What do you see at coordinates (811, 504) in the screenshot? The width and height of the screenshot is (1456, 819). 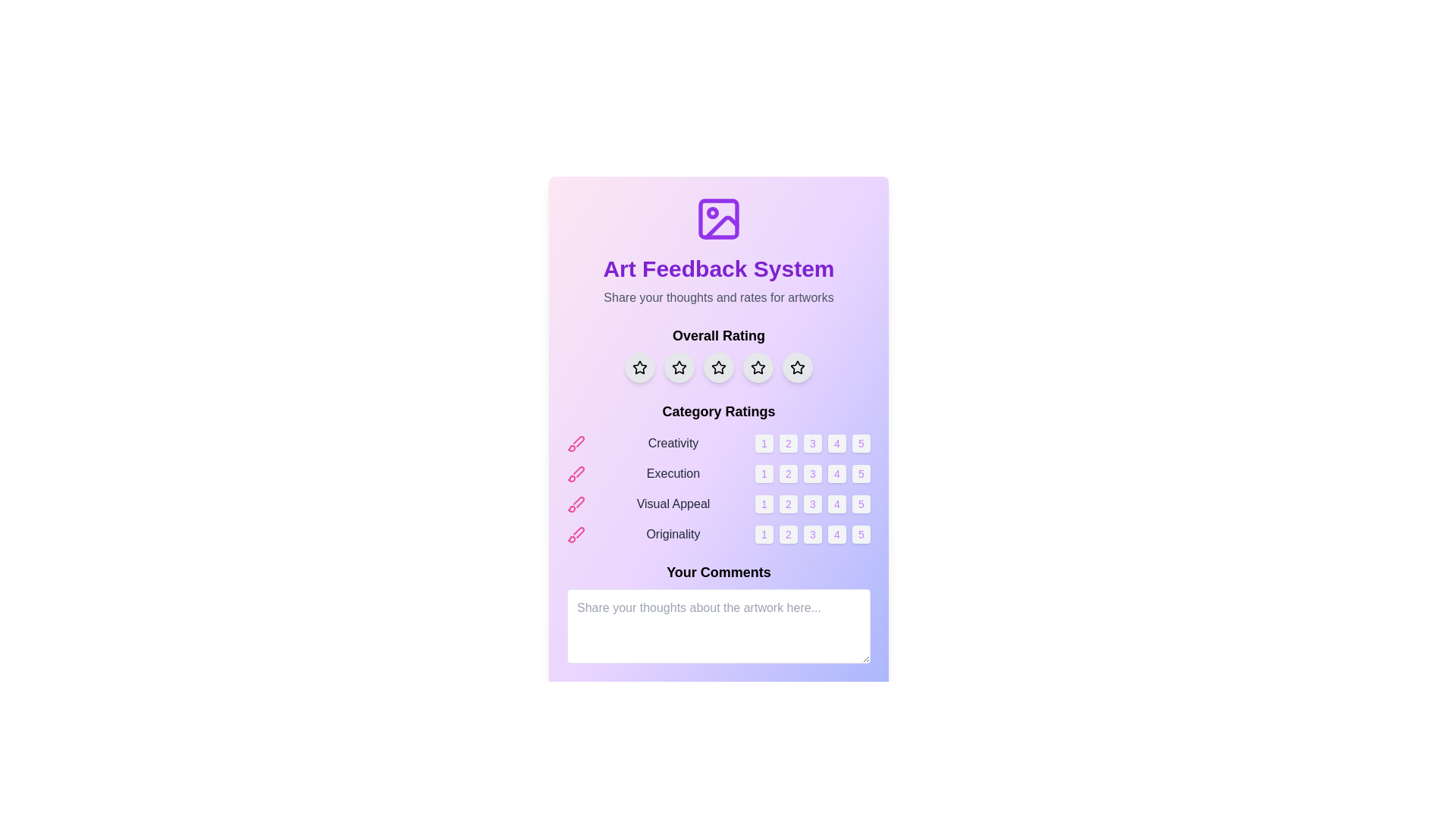 I see `the circular button with a light gray background and a purple numeral '3'` at bounding box center [811, 504].